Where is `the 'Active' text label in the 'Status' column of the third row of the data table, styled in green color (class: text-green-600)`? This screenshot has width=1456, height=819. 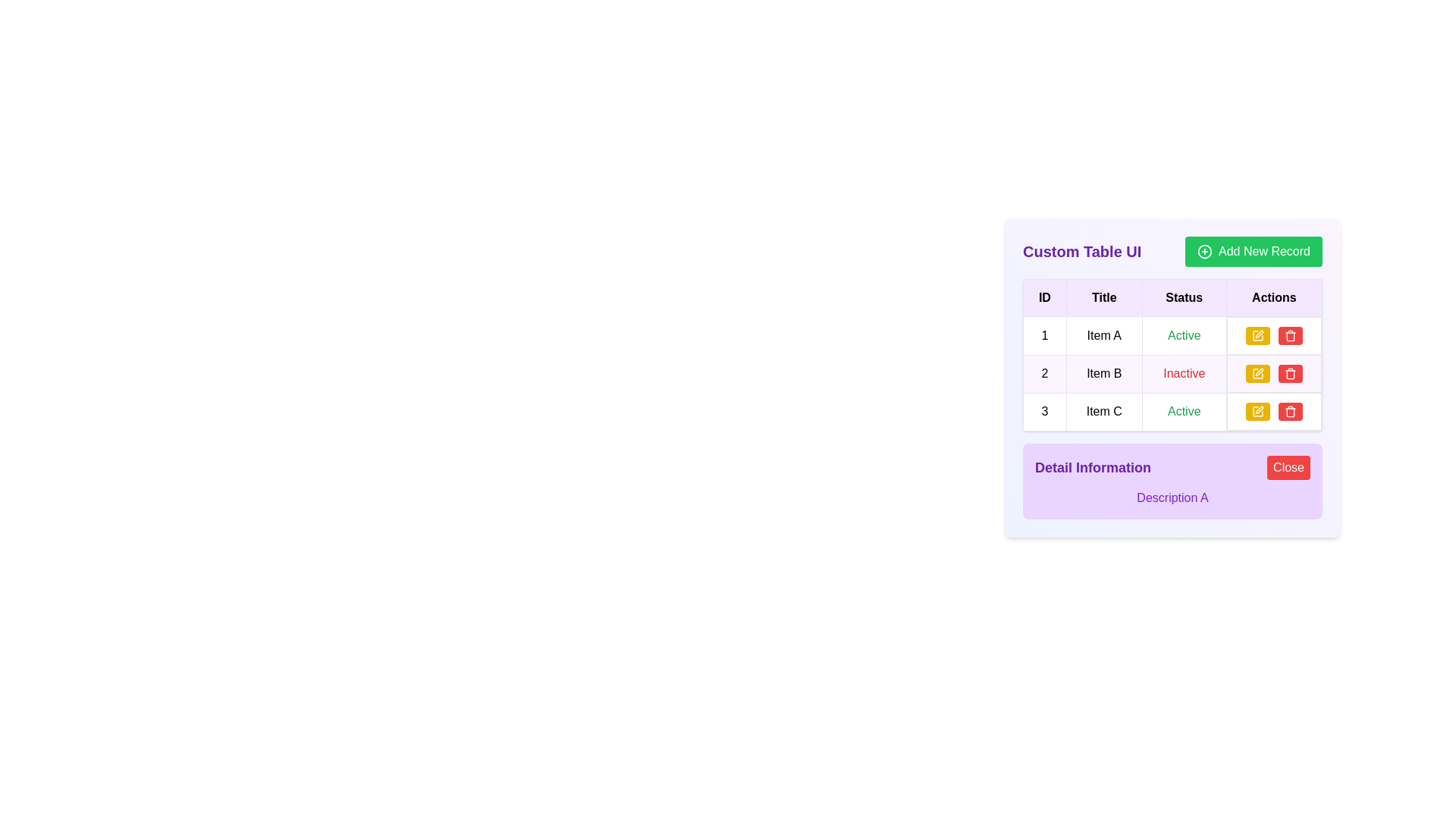
the 'Active' text label in the 'Status' column of the third row of the data table, styled in green color (class: text-green-600) is located at coordinates (1183, 411).